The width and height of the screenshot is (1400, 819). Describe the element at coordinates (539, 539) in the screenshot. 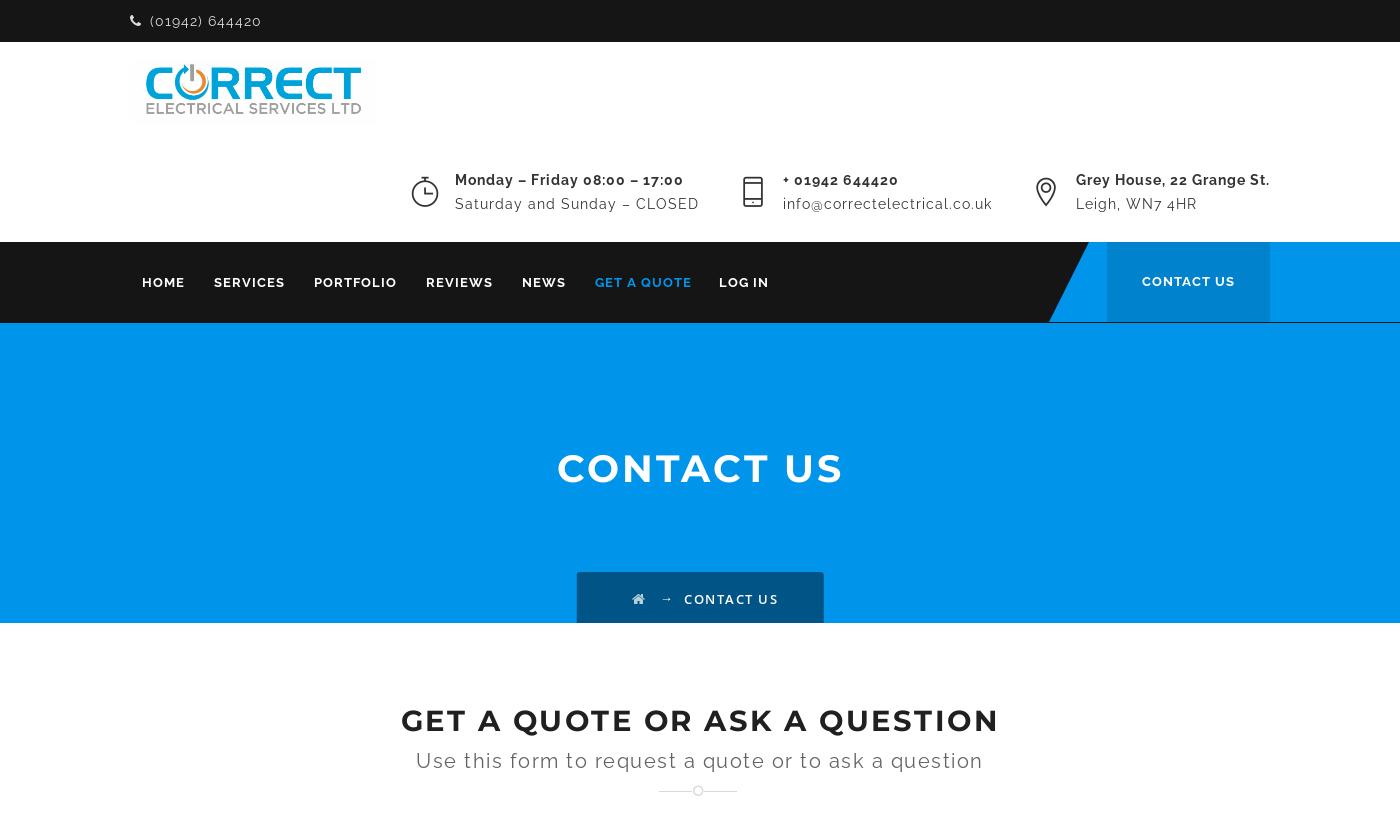

I see `'Lighting'` at that location.